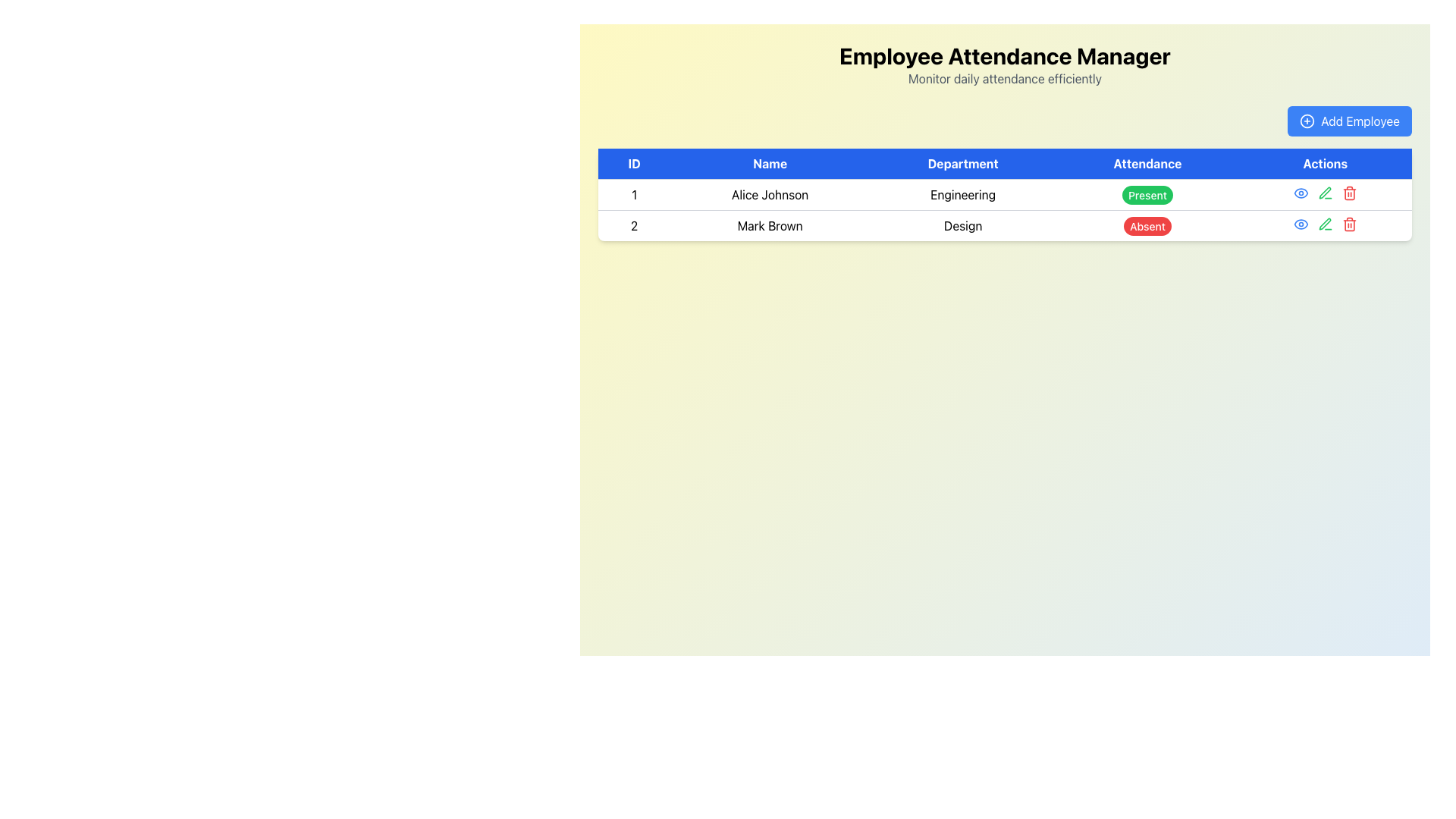  I want to click on the Trash Bin icon in the Actions column corresponding to Mark Brown in the Employee Attendance Manager application, so click(1349, 193).